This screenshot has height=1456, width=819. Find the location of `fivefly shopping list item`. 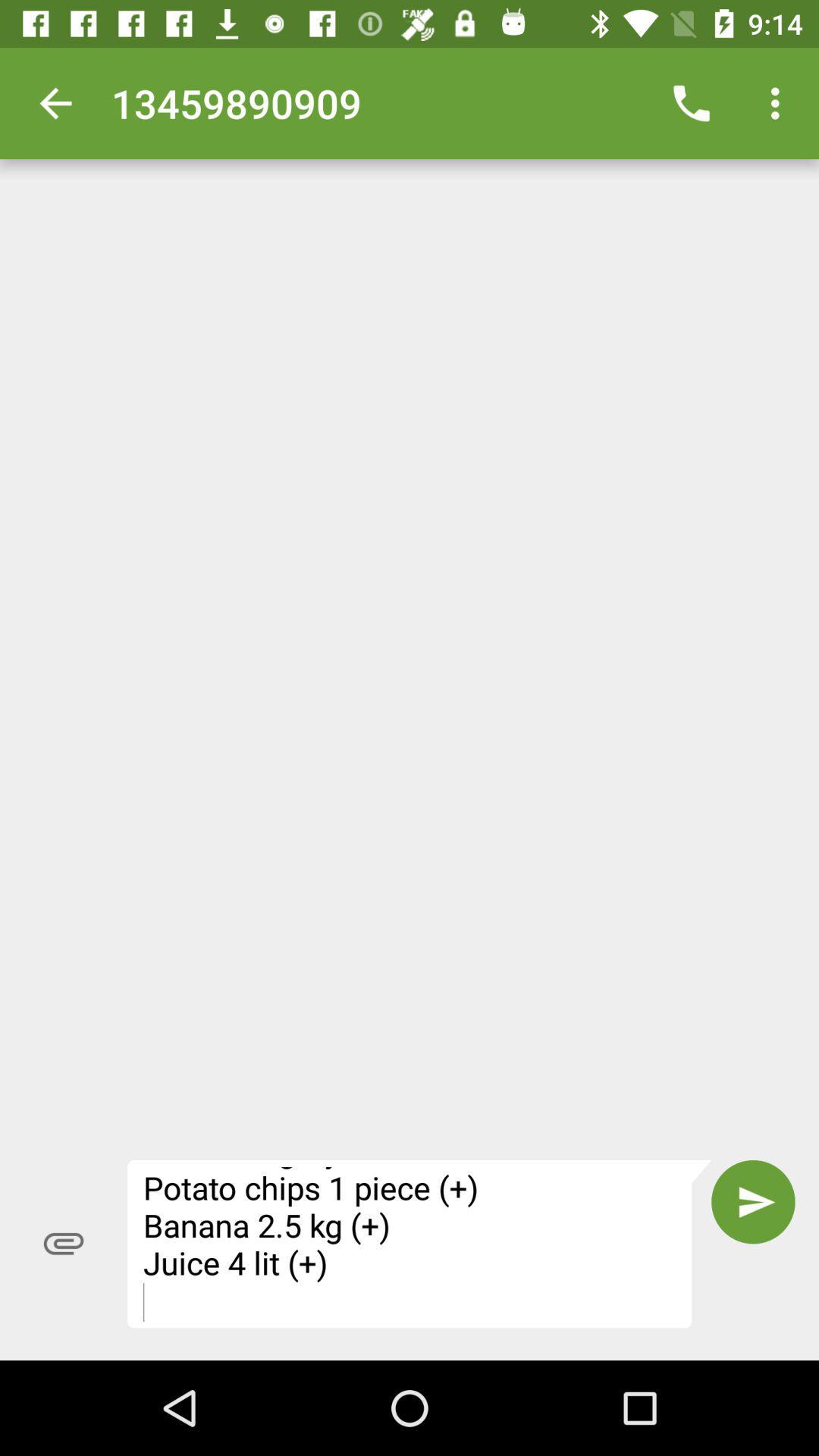

fivefly shopping list item is located at coordinates (419, 1244).